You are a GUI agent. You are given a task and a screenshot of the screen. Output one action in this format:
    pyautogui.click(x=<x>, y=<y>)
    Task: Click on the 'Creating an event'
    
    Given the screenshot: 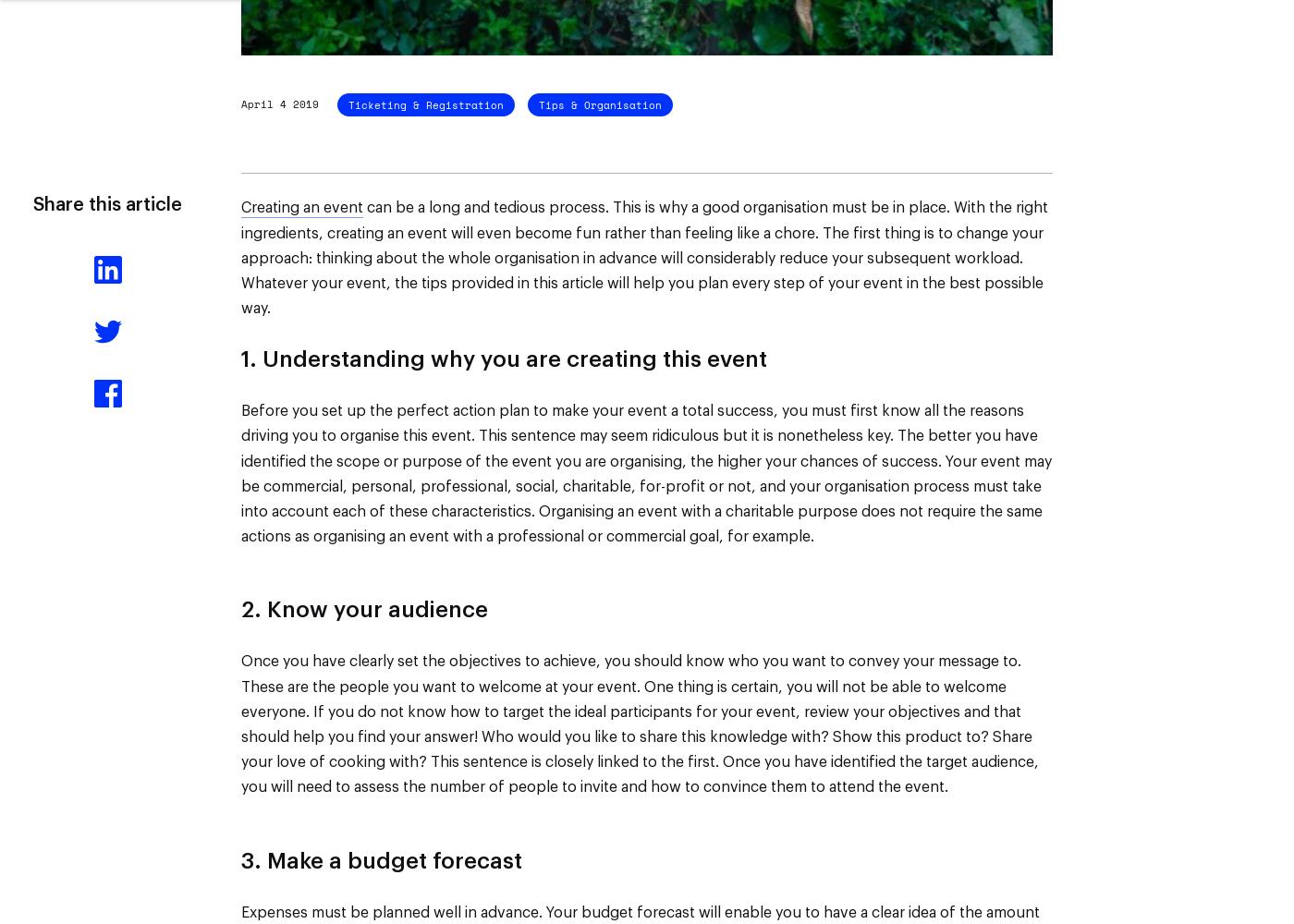 What is the action you would take?
    pyautogui.click(x=302, y=207)
    